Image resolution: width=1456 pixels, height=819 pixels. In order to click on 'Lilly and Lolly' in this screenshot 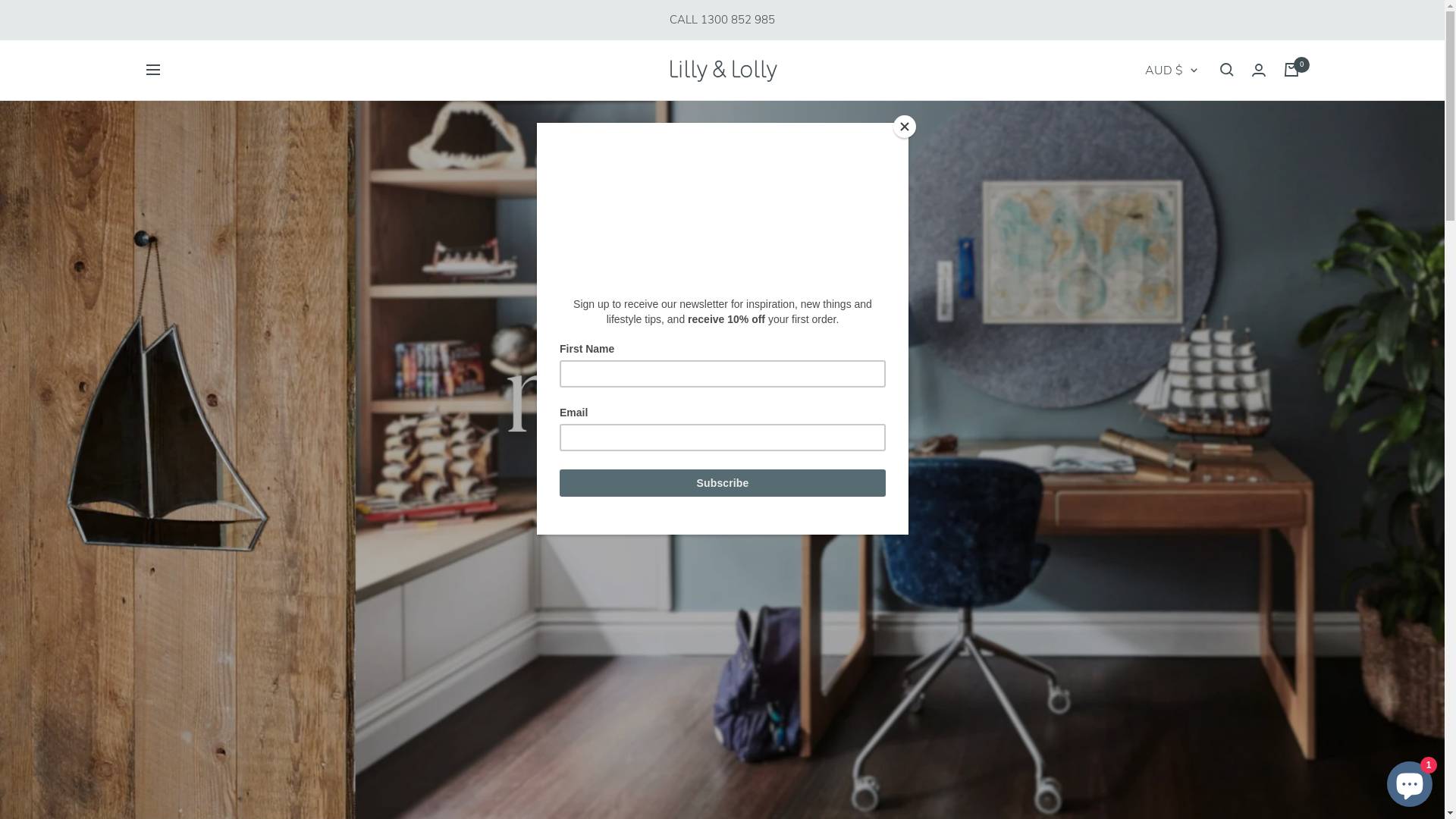, I will do `click(720, 70)`.